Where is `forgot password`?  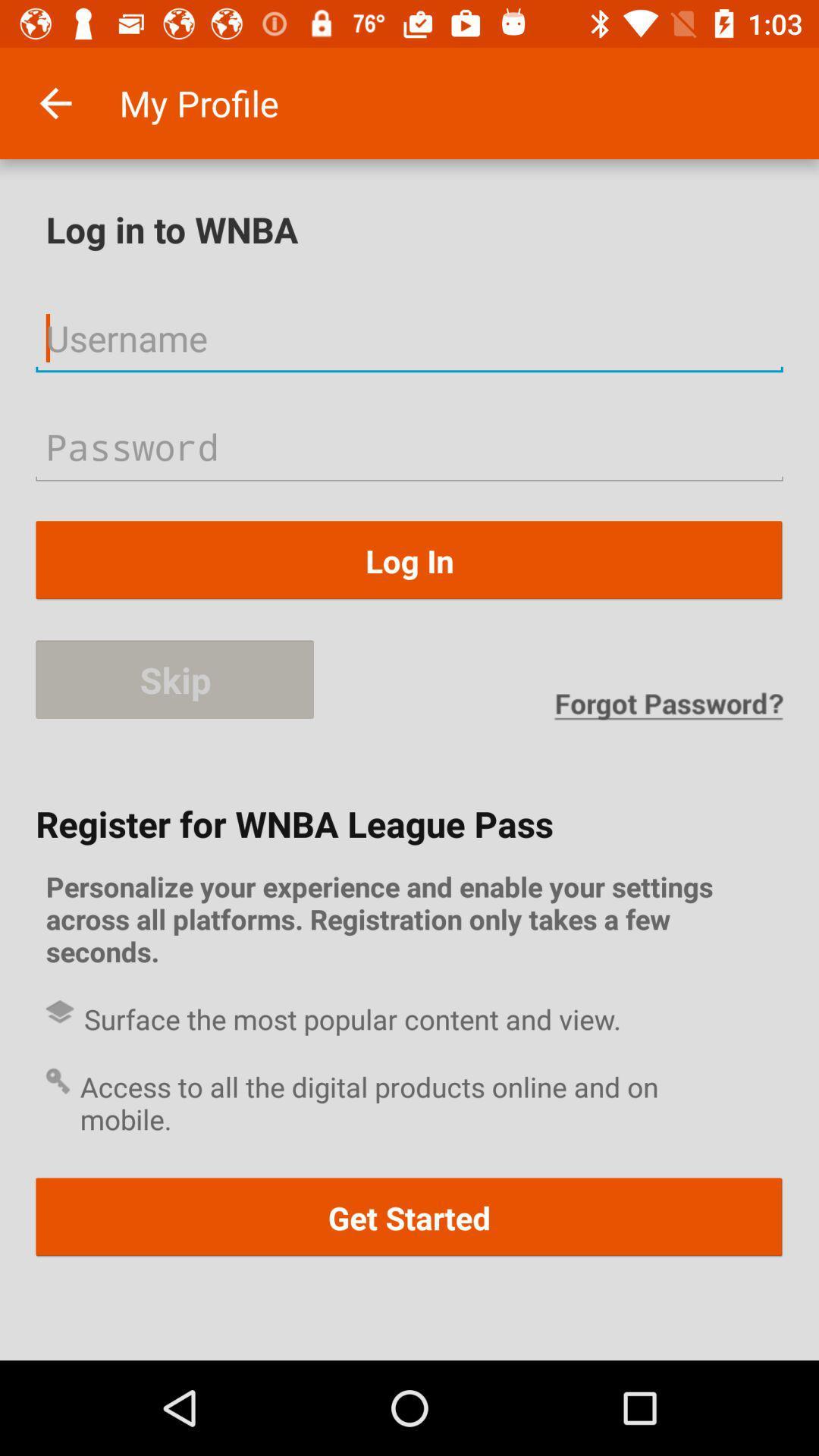
forgot password is located at coordinates (667, 705).